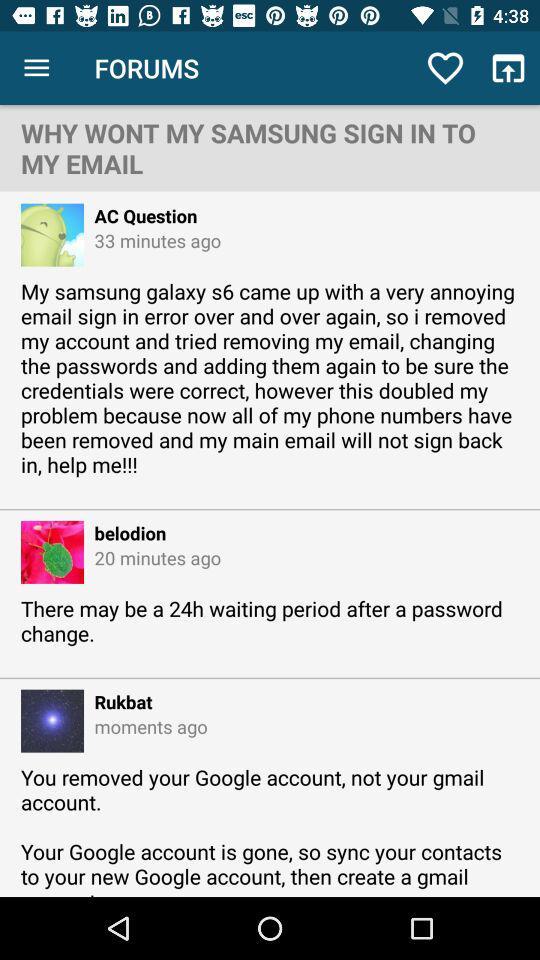 Image resolution: width=540 pixels, height=960 pixels. I want to click on the item above the moments ago, so click(118, 701).